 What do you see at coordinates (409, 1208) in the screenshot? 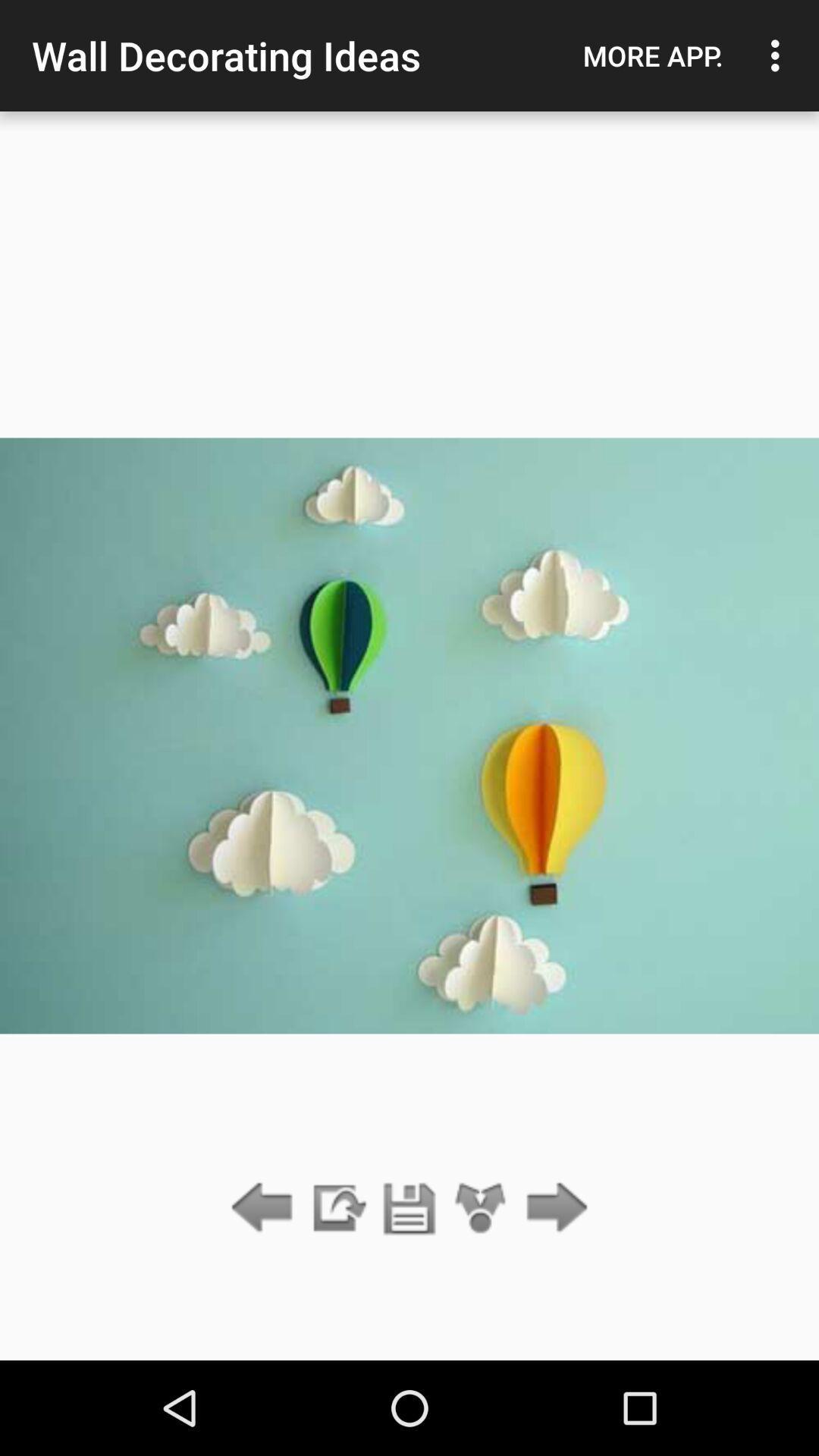
I see `app below the wall decorating ideas` at bounding box center [409, 1208].